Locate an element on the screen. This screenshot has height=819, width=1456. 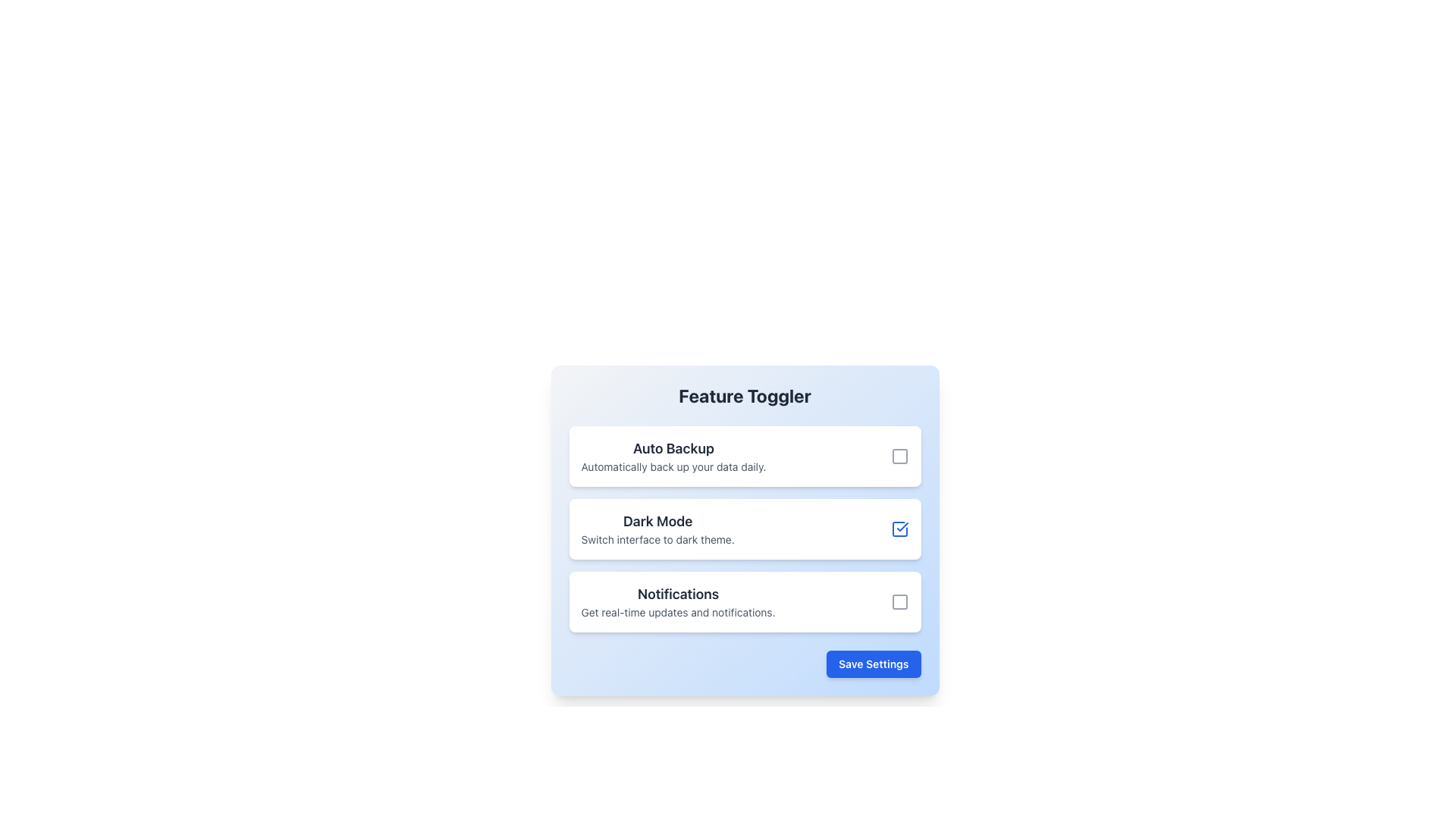
the Text Display element that indicates the purpose of the notification feature, located at the center-left of the card component is located at coordinates (677, 601).